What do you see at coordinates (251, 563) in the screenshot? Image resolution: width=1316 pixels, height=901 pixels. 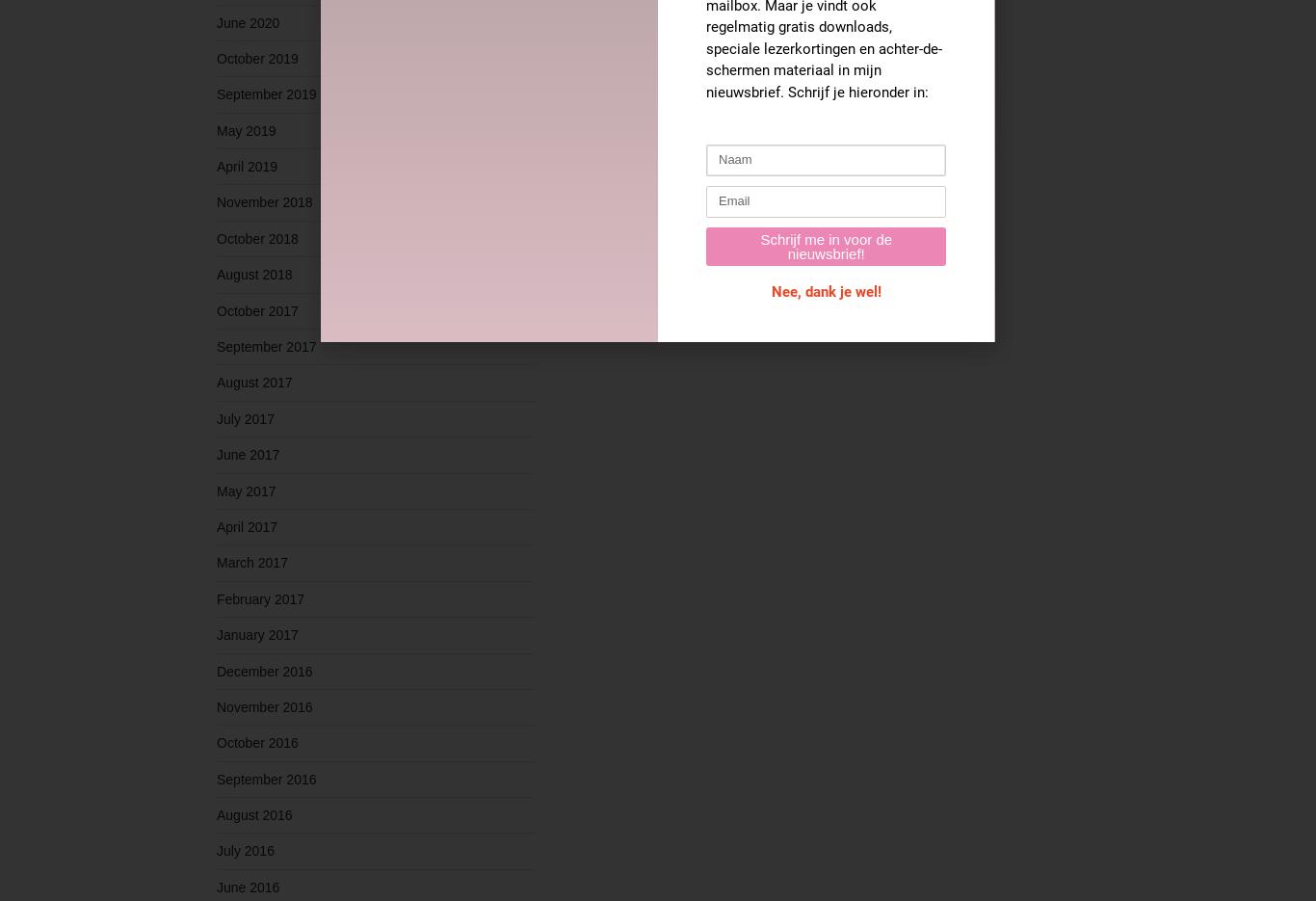 I see `'March 2017'` at bounding box center [251, 563].